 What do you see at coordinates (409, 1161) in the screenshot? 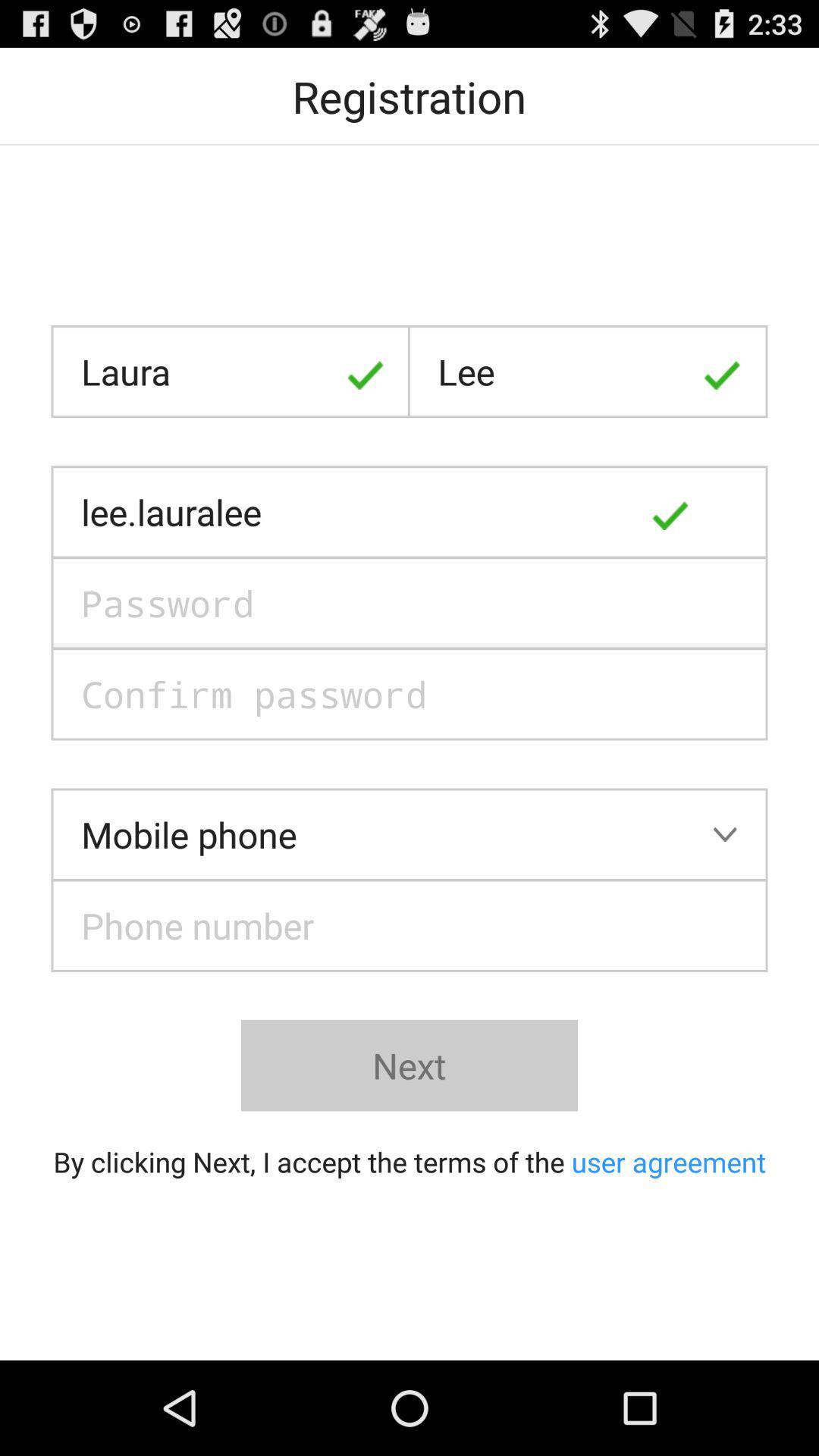
I see `button below the next item` at bounding box center [409, 1161].